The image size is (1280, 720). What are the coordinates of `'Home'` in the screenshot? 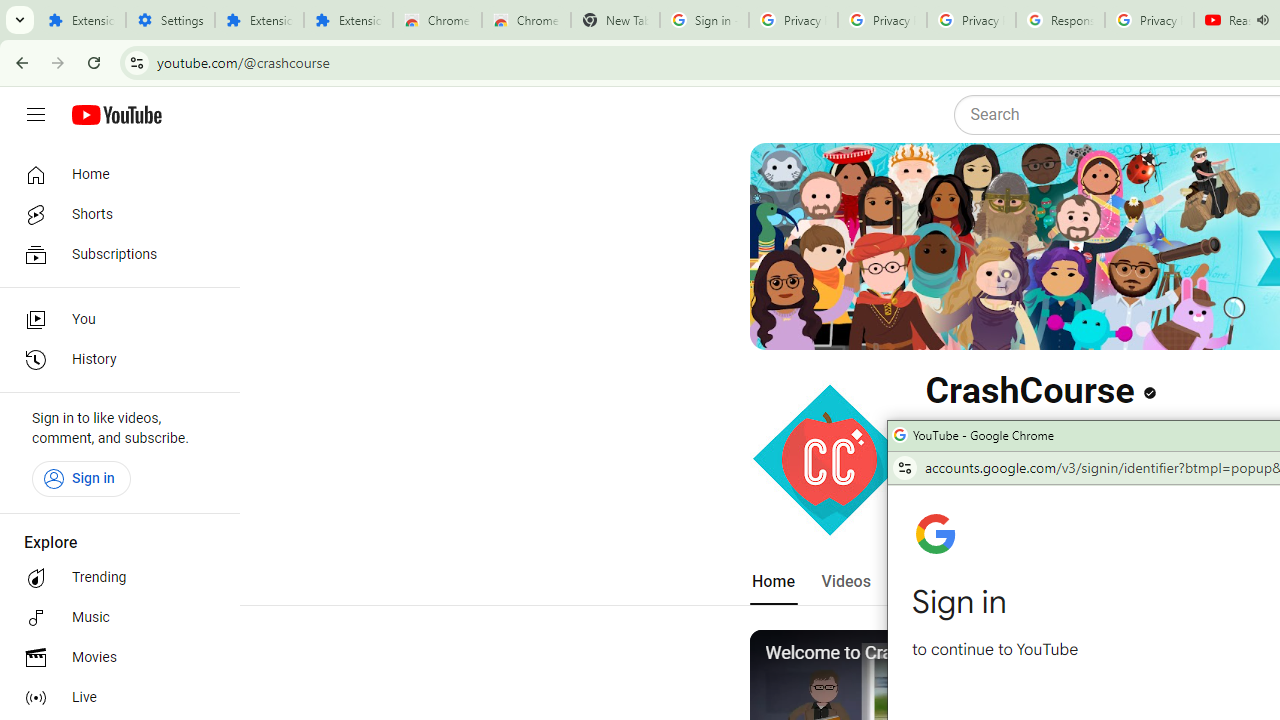 It's located at (112, 173).